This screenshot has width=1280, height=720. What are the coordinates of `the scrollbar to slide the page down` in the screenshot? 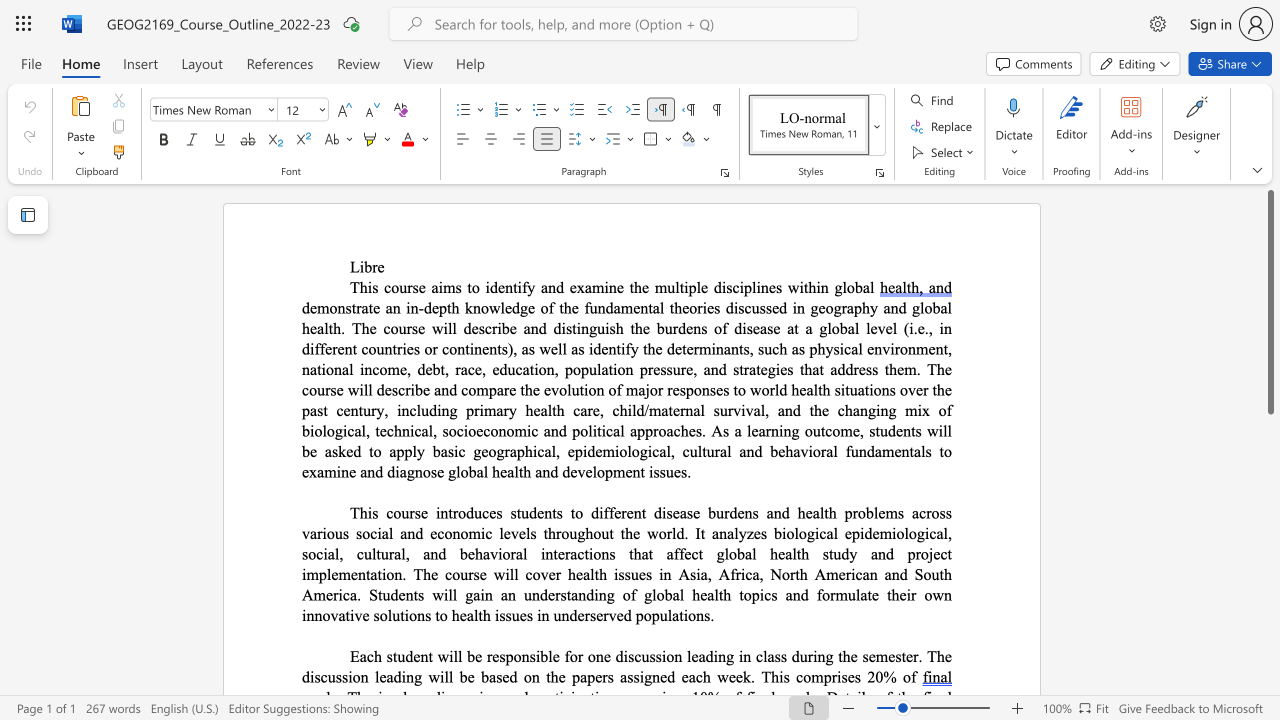 It's located at (1269, 560).